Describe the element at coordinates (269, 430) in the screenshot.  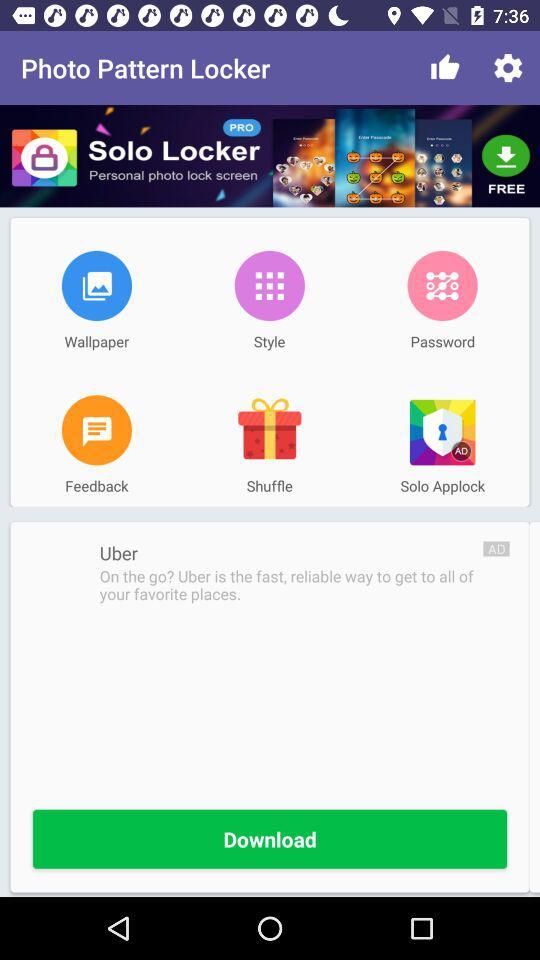
I see `item above the shuffle` at that location.